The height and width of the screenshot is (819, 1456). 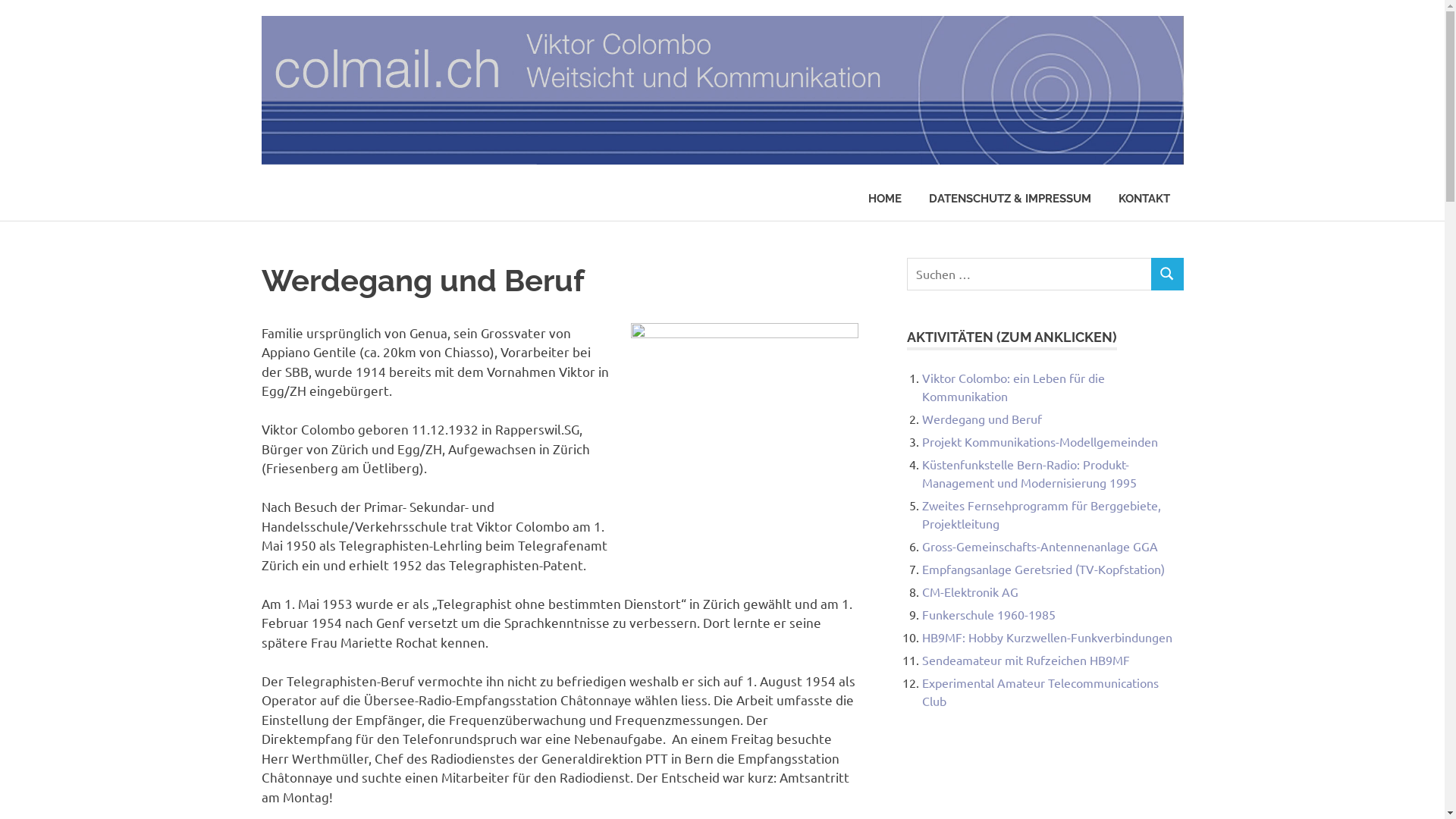 I want to click on 'HOME', so click(x=884, y=198).